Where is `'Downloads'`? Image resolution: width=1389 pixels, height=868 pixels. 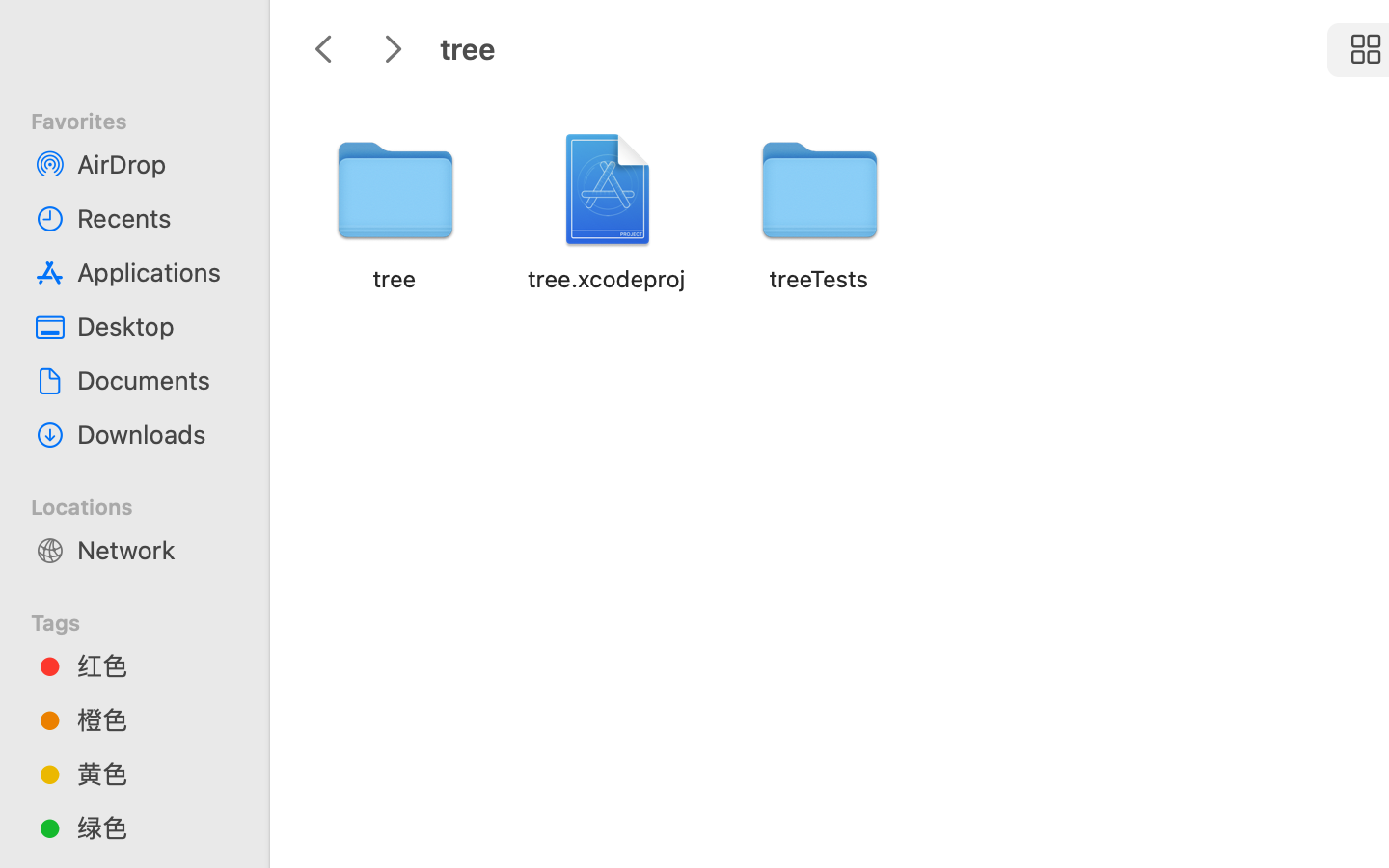 'Downloads' is located at coordinates (153, 434).